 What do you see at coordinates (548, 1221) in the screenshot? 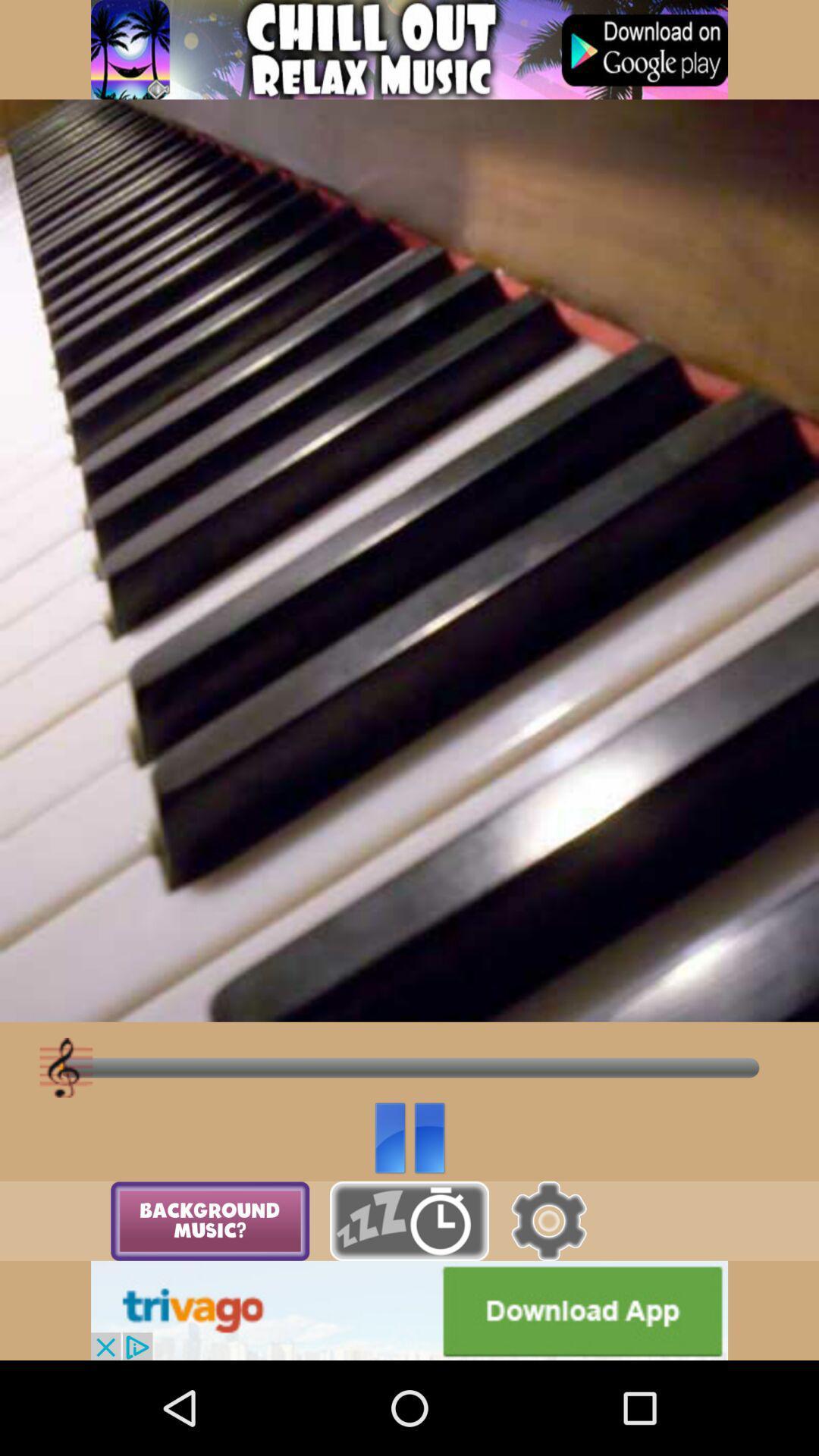
I see `settings button` at bounding box center [548, 1221].